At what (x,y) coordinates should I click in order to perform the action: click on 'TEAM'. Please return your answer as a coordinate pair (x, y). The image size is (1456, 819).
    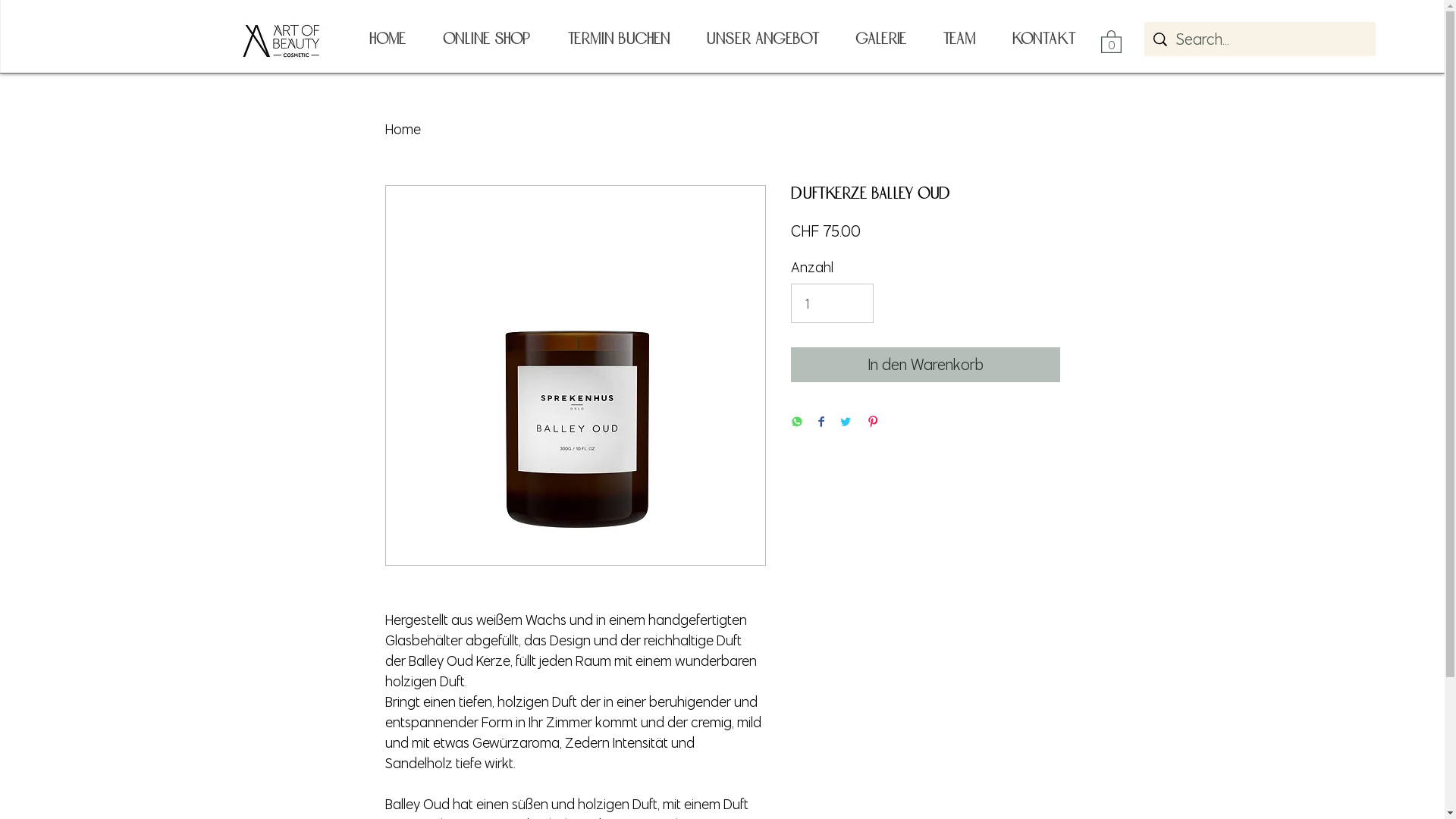
    Looking at the image, I should click on (923, 38).